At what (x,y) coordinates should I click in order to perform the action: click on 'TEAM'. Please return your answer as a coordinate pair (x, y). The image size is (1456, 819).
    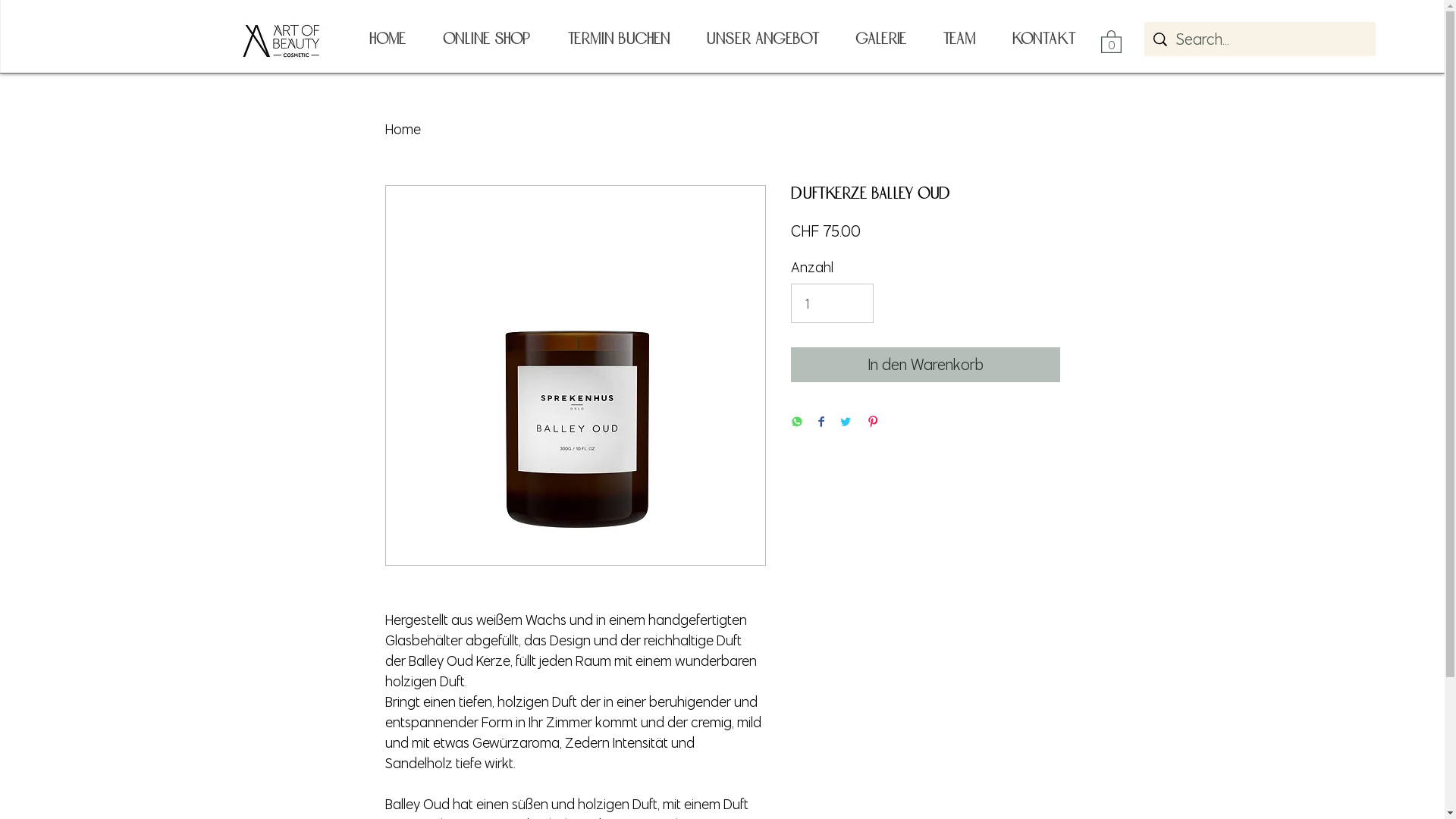
    Looking at the image, I should click on (923, 38).